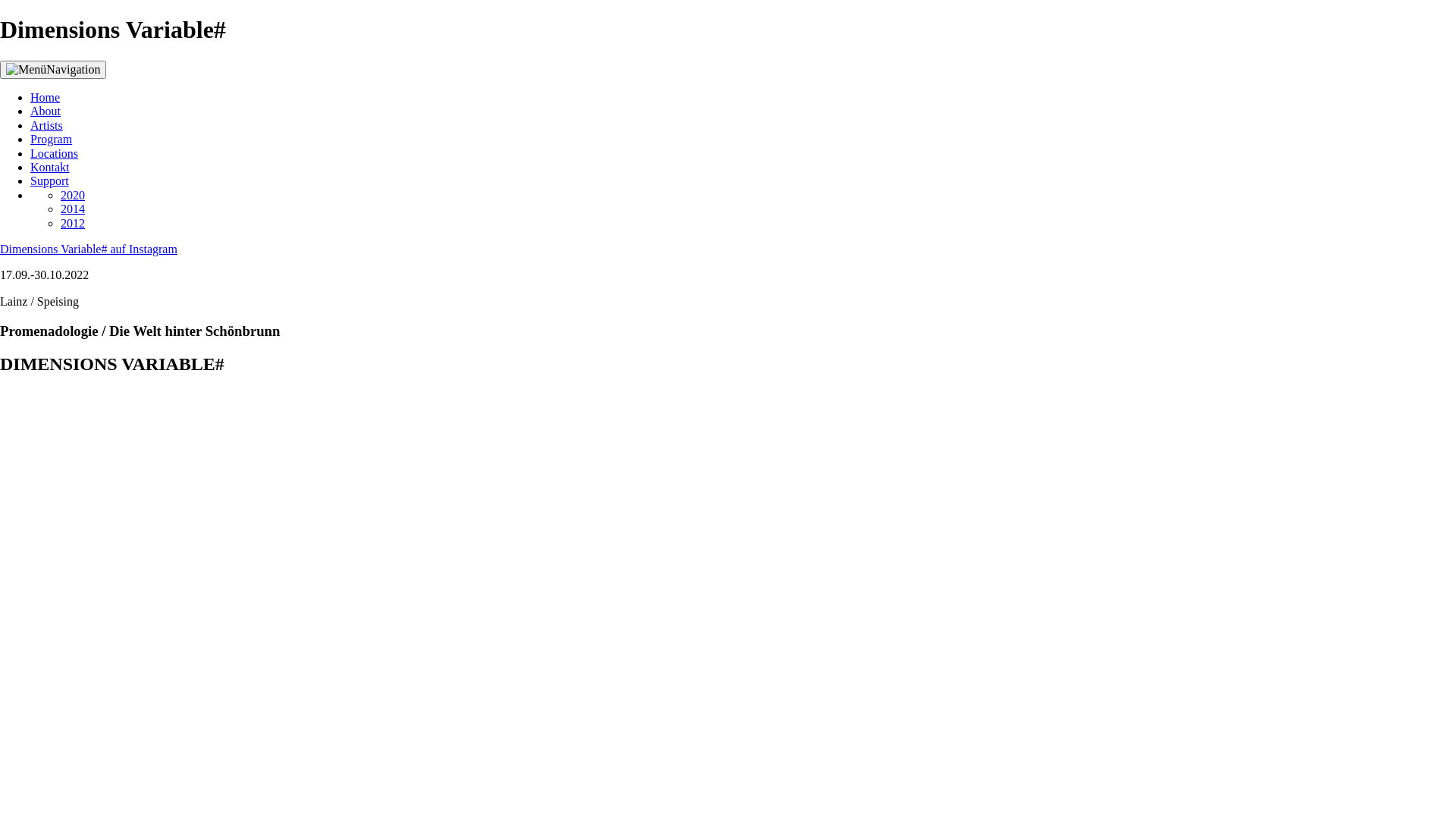 The image size is (1456, 819). I want to click on 'Dimensions Variable# auf Instagram', so click(87, 248).